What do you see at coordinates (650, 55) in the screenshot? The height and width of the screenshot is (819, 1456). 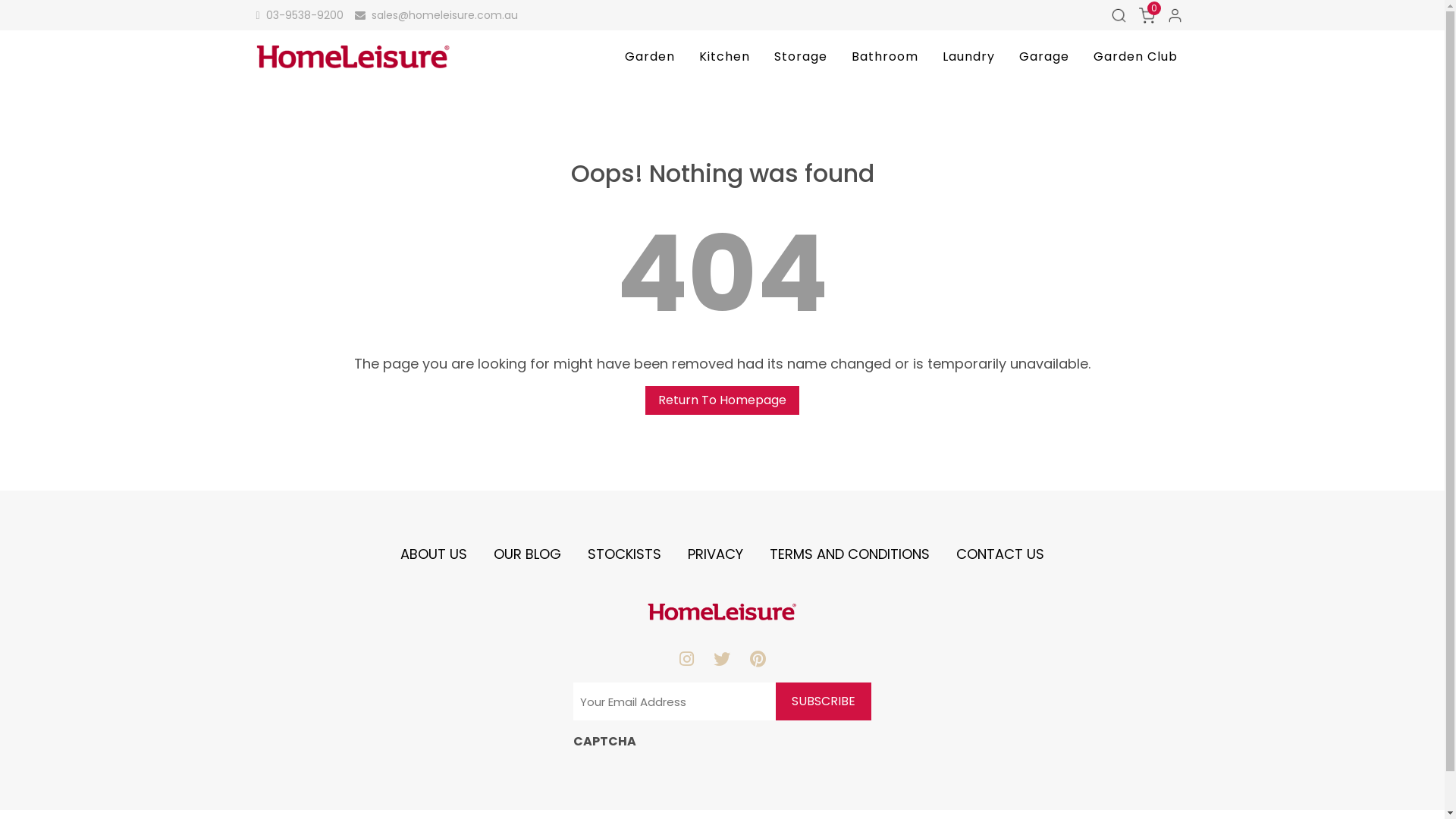 I see `'Garden'` at bounding box center [650, 55].